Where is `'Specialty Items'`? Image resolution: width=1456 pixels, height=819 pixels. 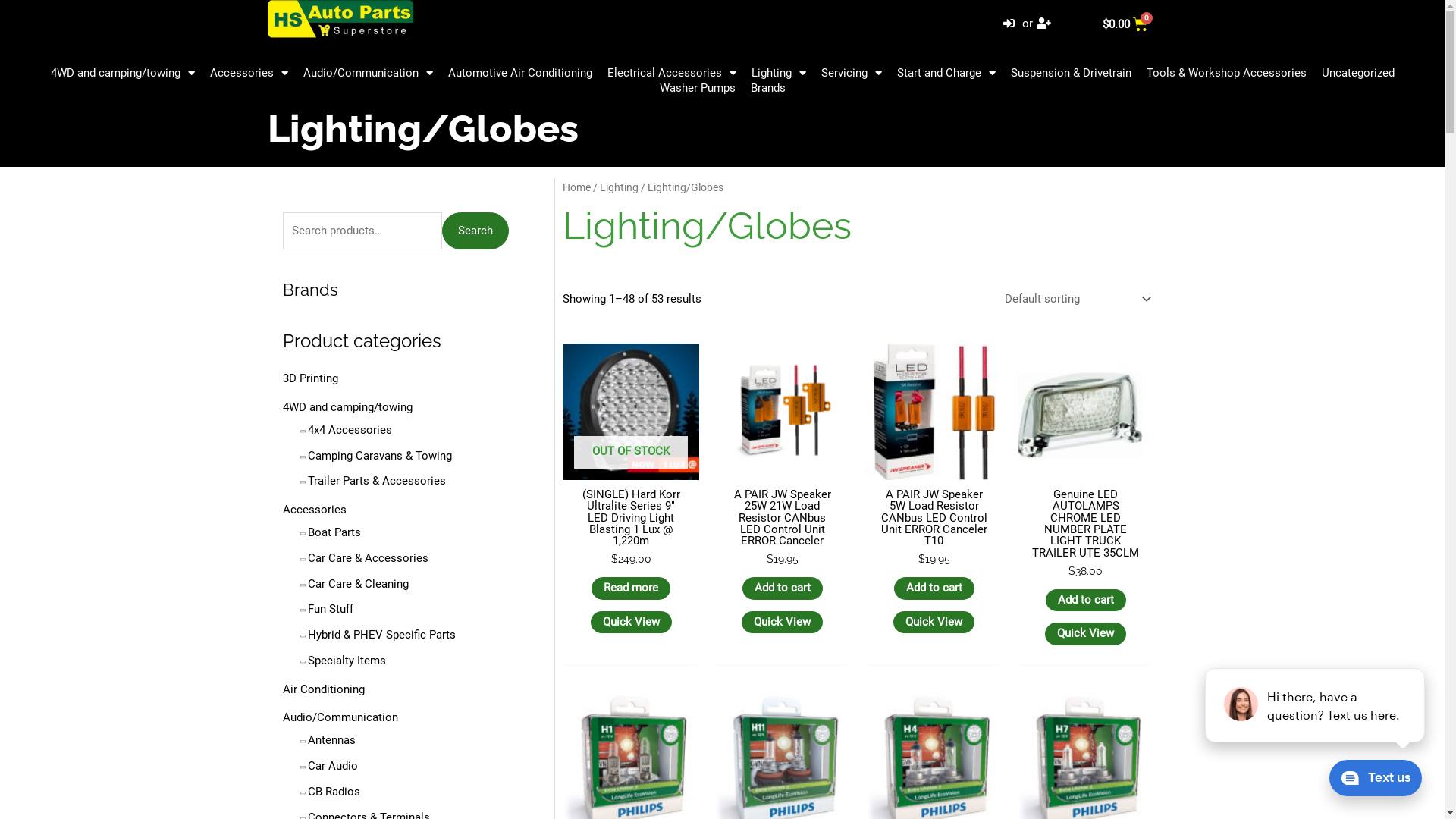 'Specialty Items' is located at coordinates (307, 660).